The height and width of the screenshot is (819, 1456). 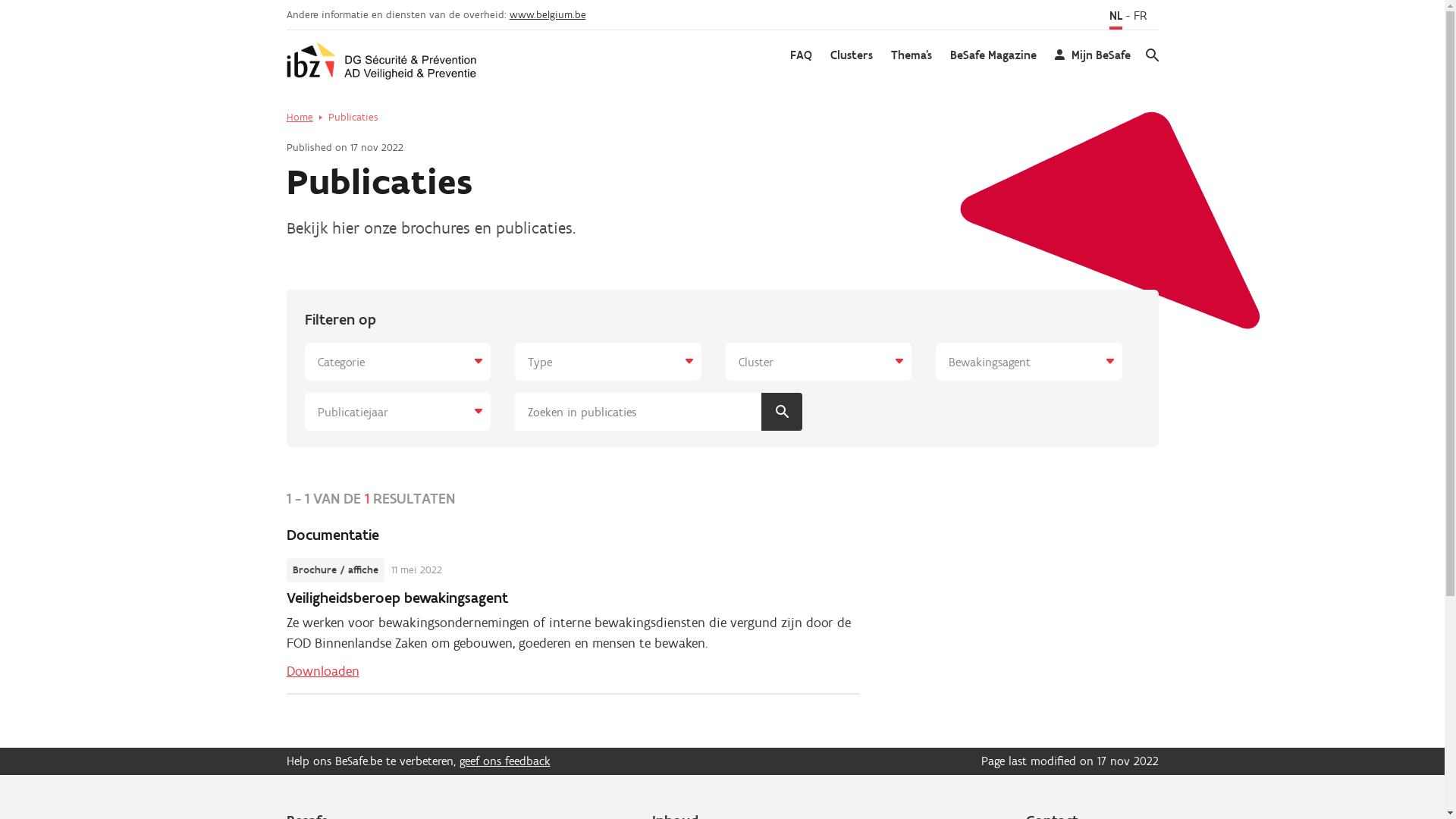 I want to click on 'Mijn BeSafe', so click(x=1092, y=55).